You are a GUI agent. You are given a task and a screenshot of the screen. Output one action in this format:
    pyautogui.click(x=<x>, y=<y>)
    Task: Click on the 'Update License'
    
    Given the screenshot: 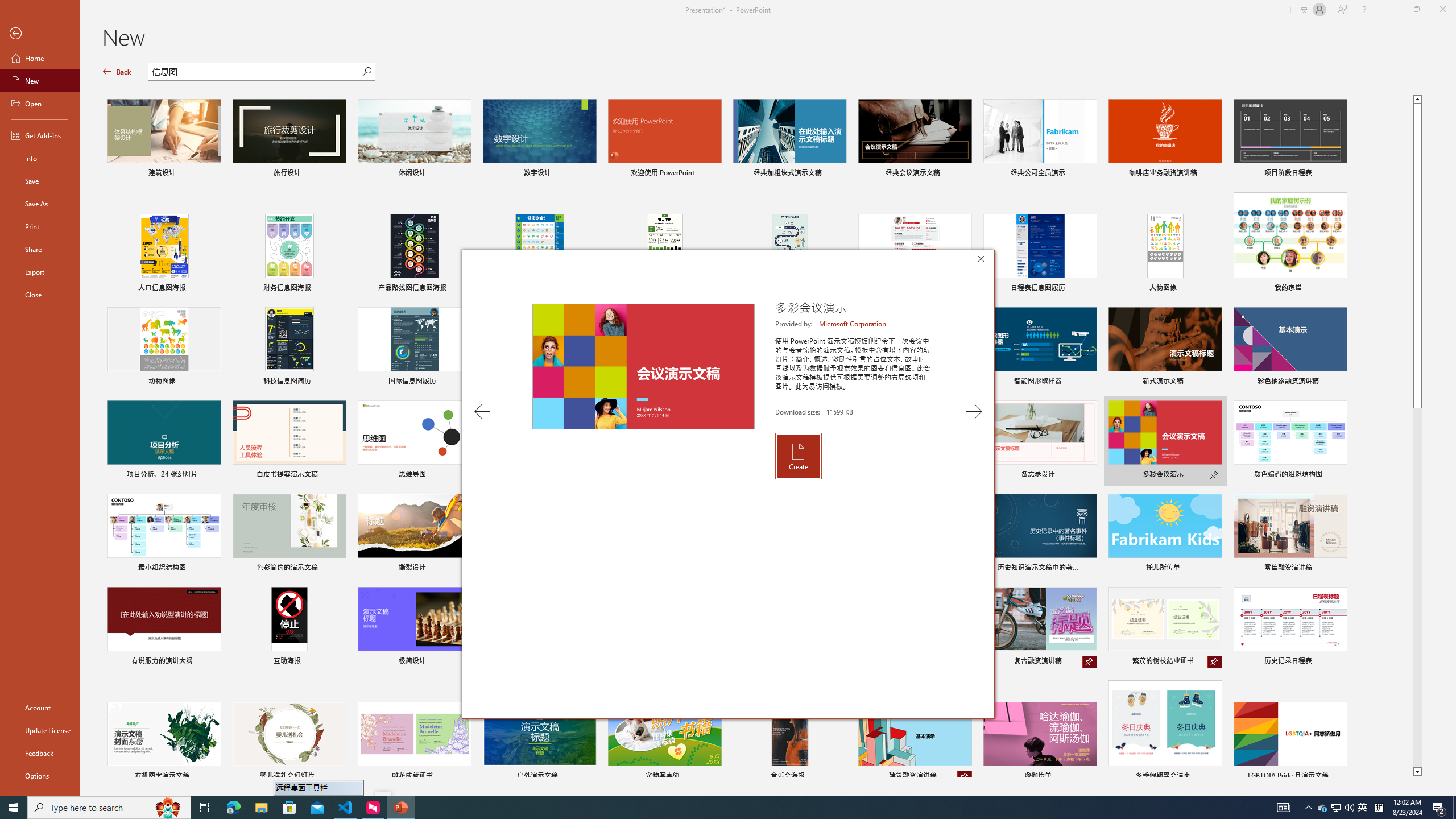 What is the action you would take?
    pyautogui.click(x=39, y=730)
    